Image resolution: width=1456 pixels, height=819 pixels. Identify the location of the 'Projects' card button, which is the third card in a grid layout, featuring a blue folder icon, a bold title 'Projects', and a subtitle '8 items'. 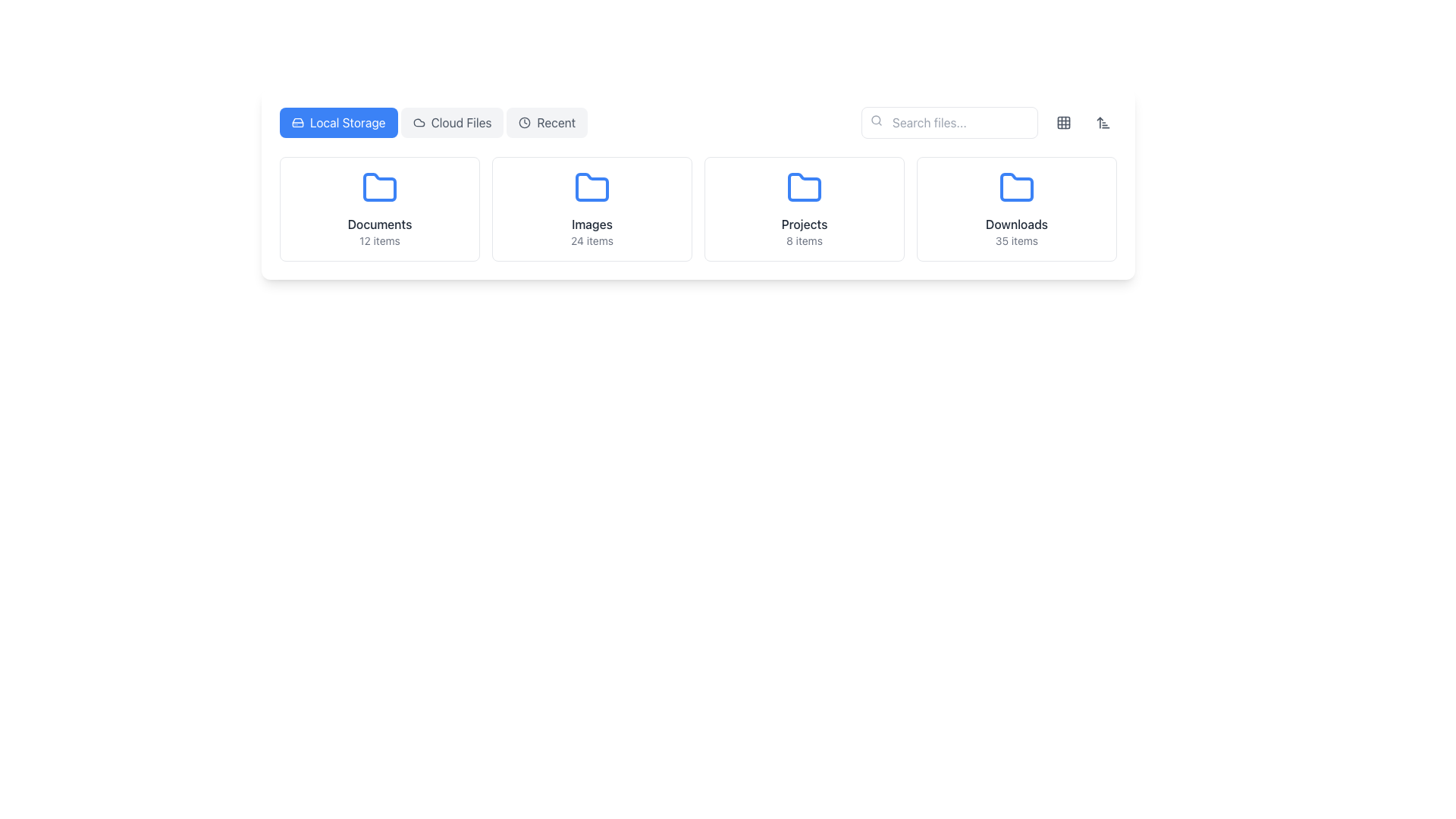
(803, 209).